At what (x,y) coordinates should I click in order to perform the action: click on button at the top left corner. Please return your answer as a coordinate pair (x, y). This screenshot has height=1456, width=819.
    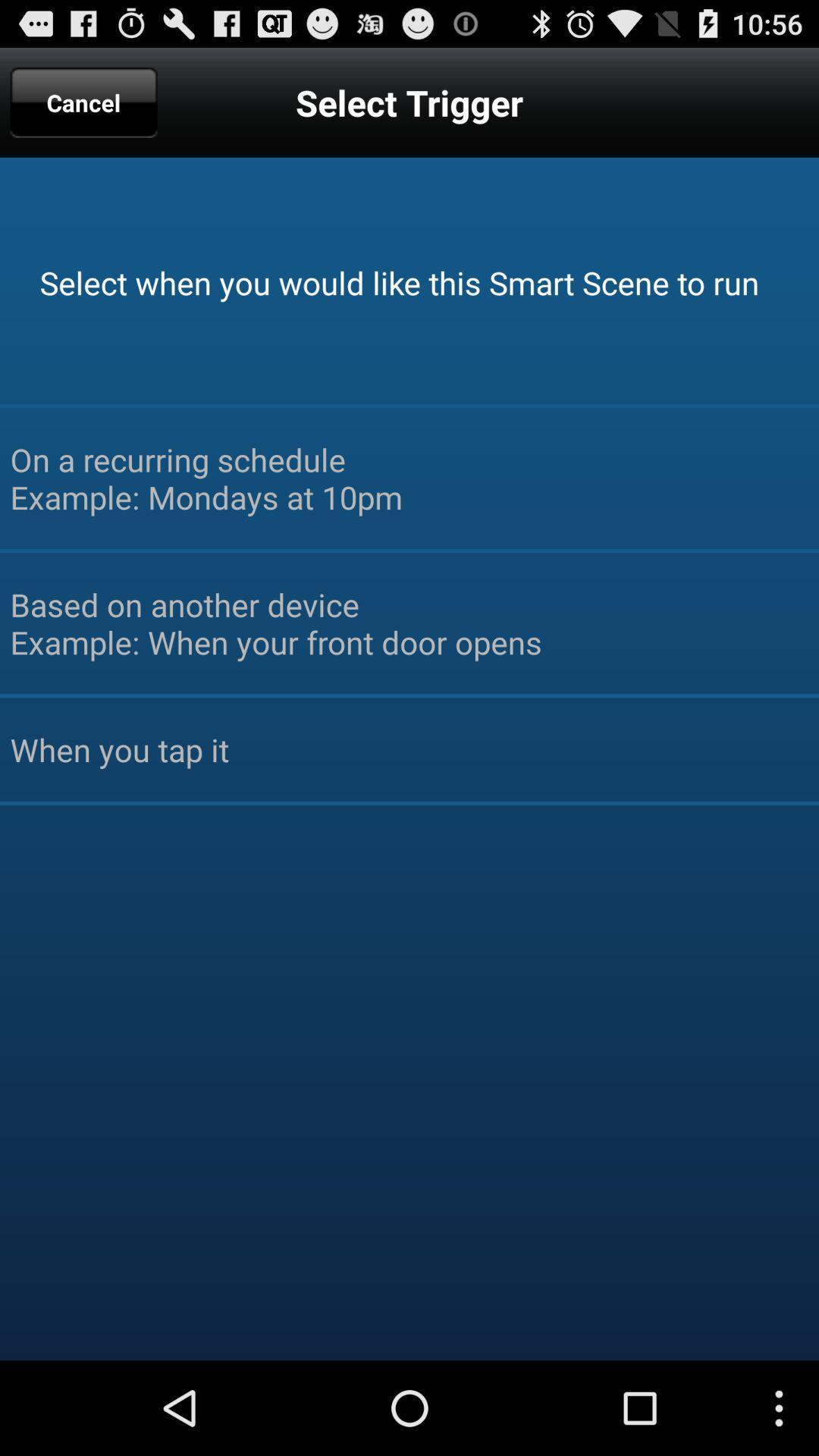
    Looking at the image, I should click on (83, 102).